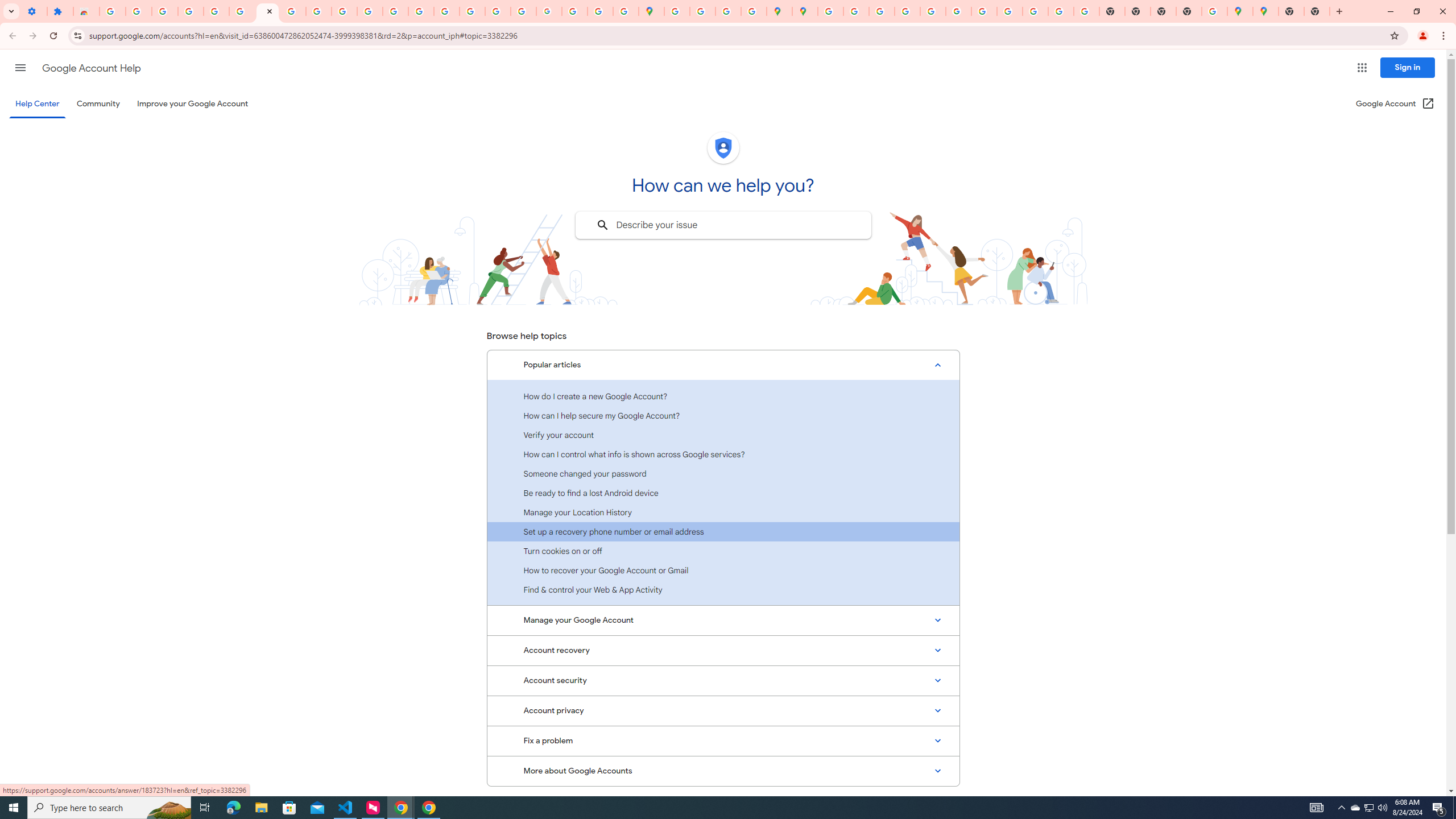 The height and width of the screenshot is (819, 1456). I want to click on 'Describe your issue to find information that might help you.', so click(723, 225).